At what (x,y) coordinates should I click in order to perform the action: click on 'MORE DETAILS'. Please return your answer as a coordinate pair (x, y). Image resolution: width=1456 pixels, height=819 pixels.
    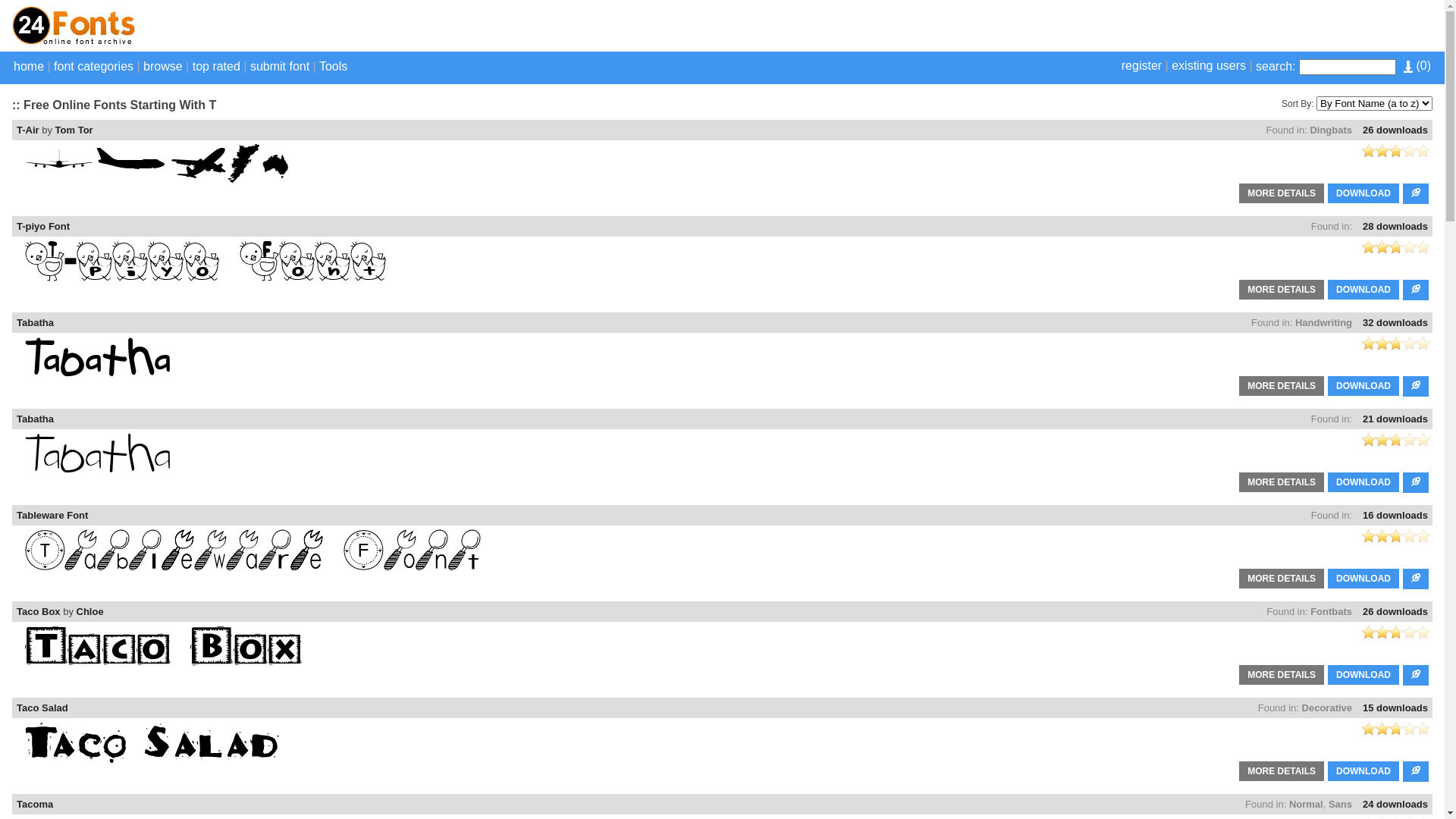
    Looking at the image, I should click on (1247, 482).